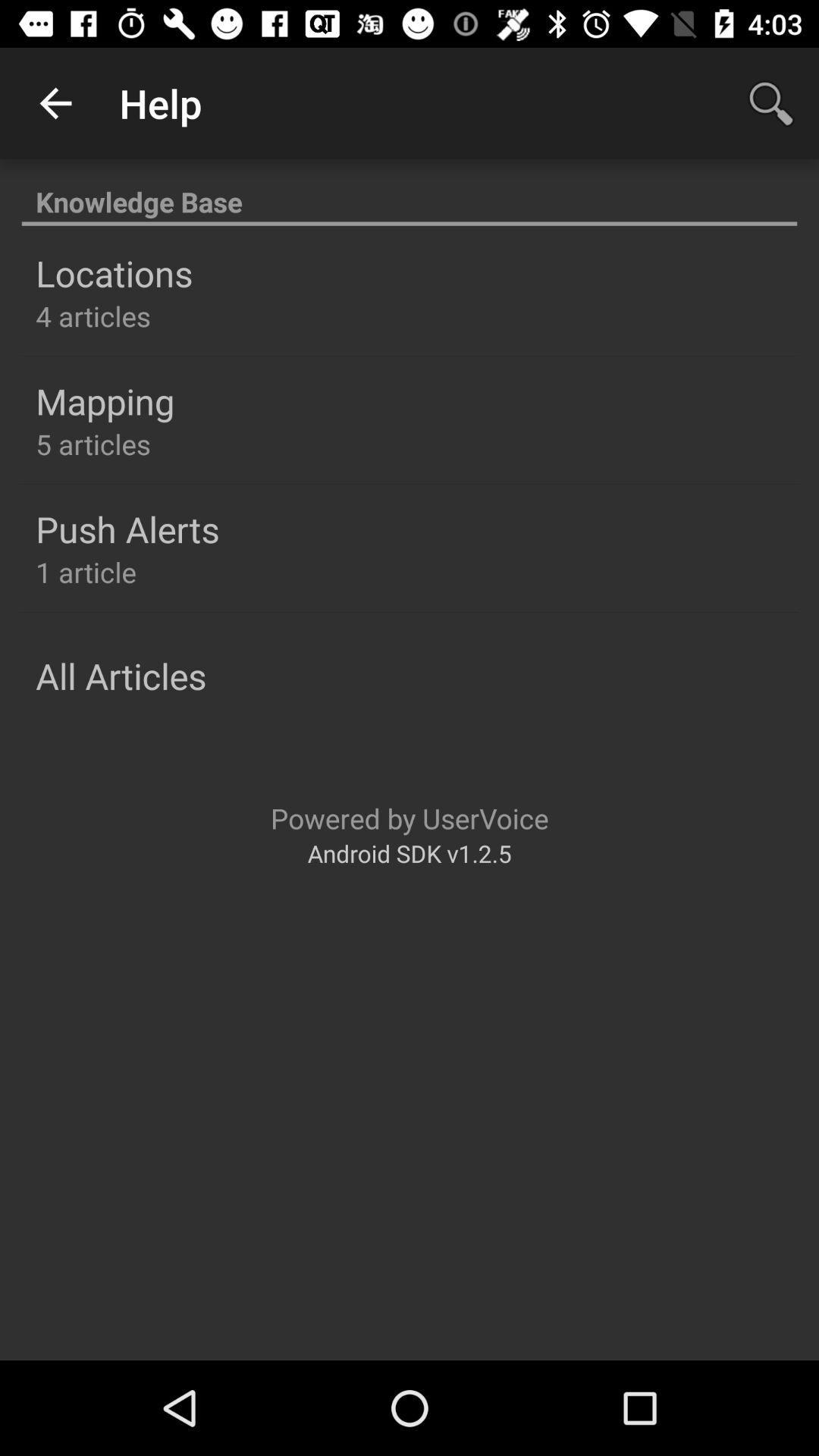 This screenshot has width=819, height=1456. What do you see at coordinates (104, 401) in the screenshot?
I see `icon above 5 articles item` at bounding box center [104, 401].